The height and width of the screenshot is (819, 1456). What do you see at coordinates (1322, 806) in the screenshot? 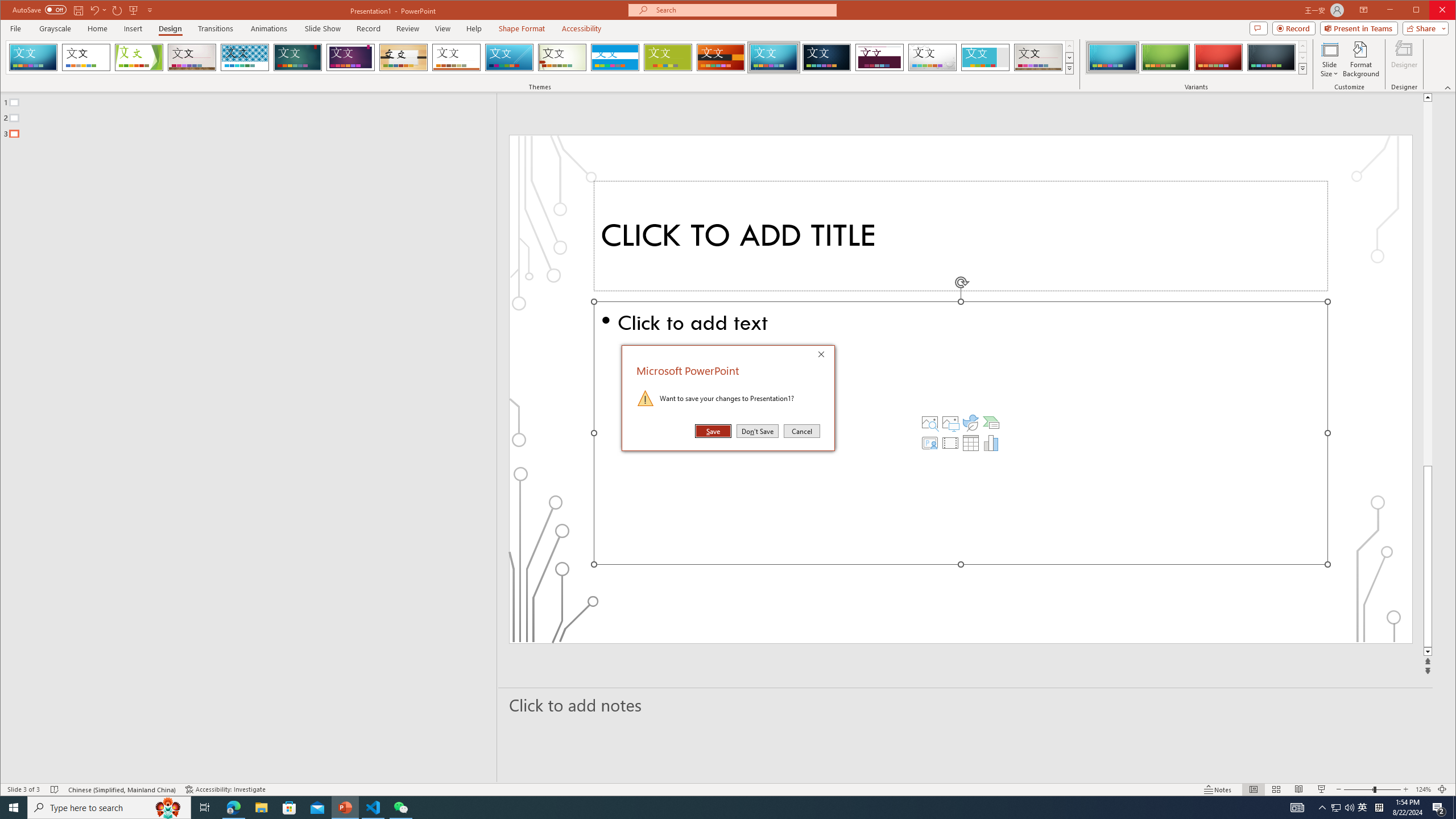
I see `'Notification Chevron'` at bounding box center [1322, 806].